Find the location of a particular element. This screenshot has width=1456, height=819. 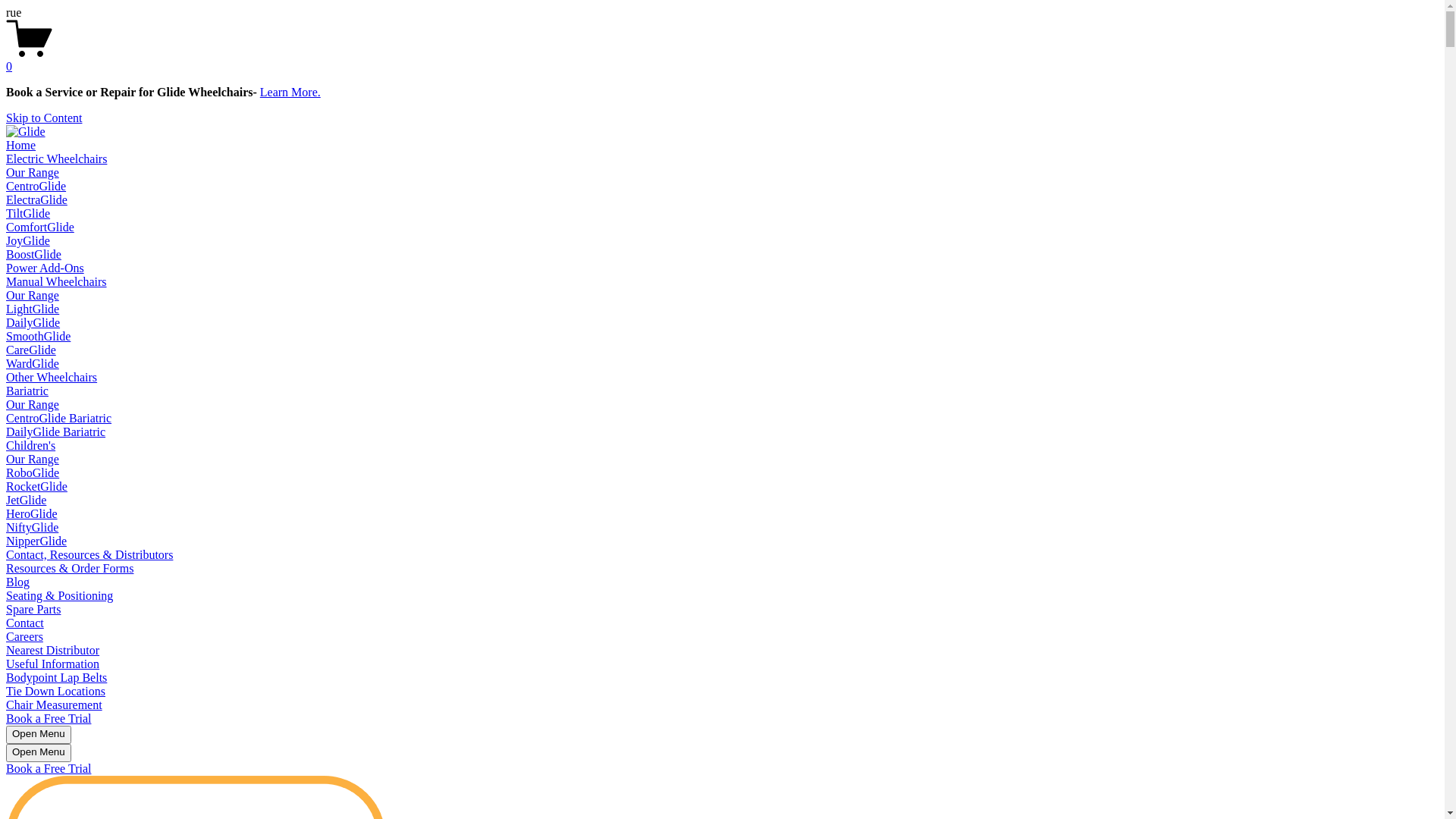

'LightGlide' is located at coordinates (33, 308).